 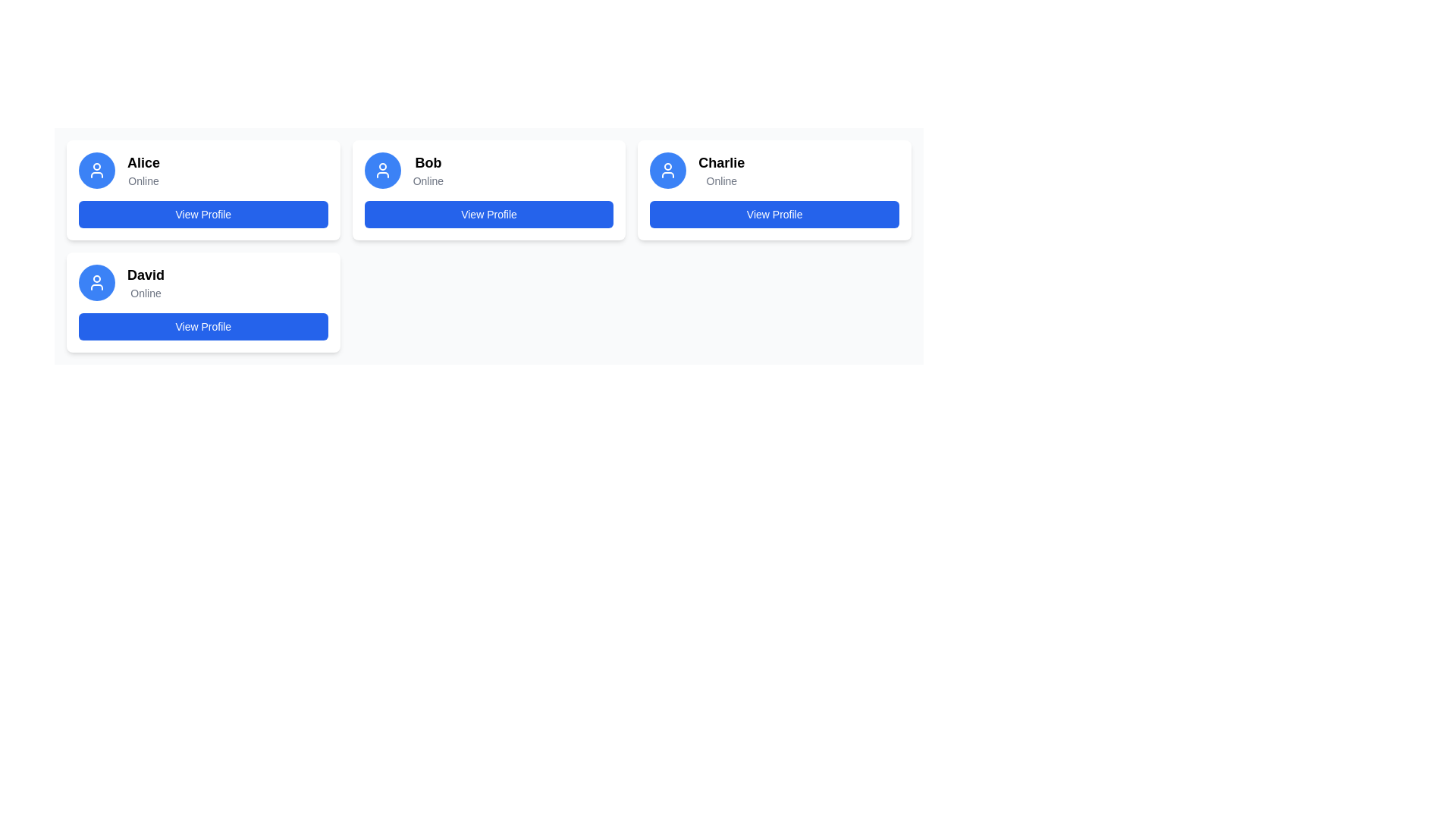 What do you see at coordinates (143, 180) in the screenshot?
I see `status information displayed in the small, gray text label showing 'Online', which is positioned directly below the 'Alice' text label in the user profile card` at bounding box center [143, 180].